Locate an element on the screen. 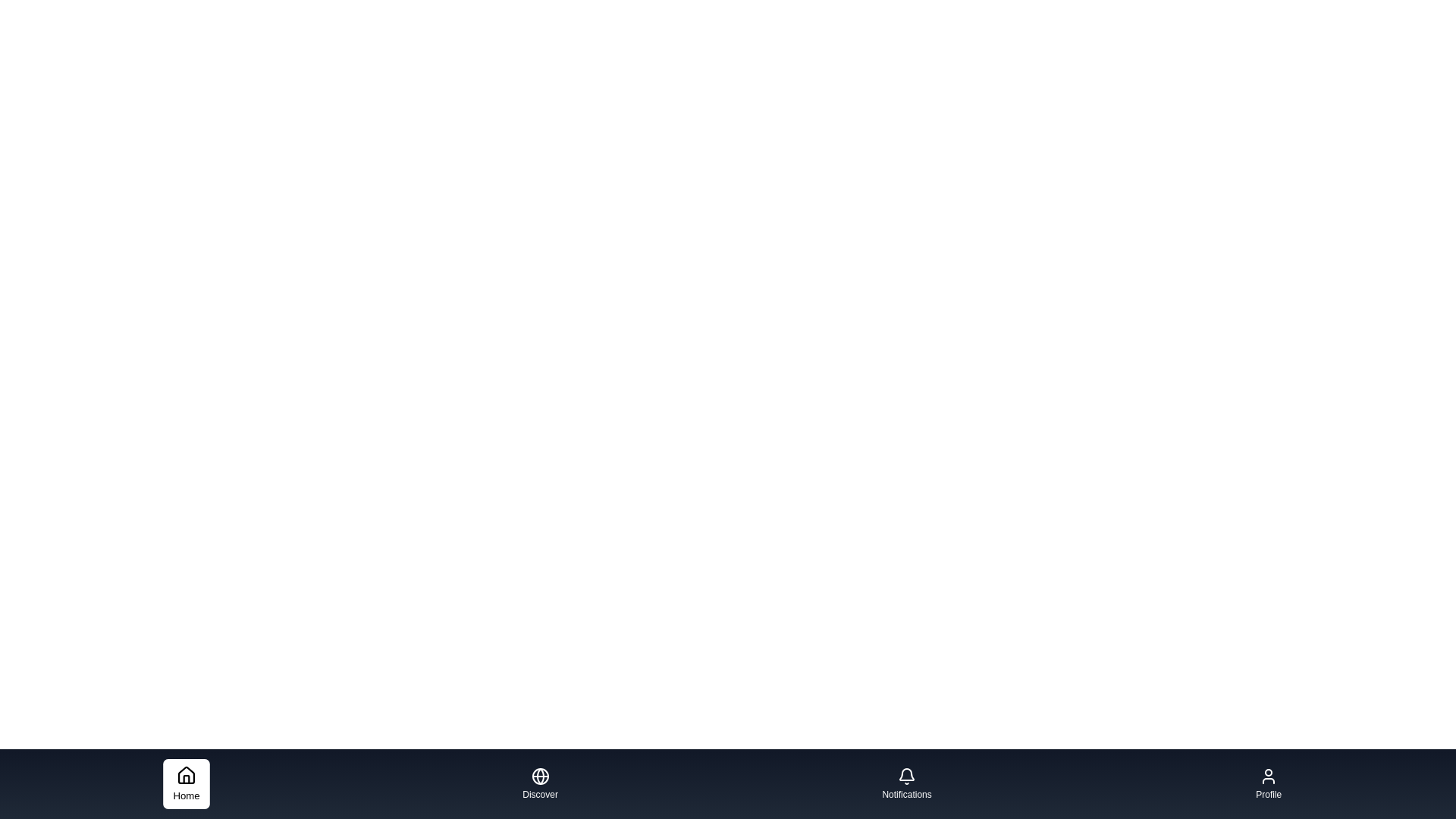 Image resolution: width=1456 pixels, height=819 pixels. the Profile tab to activate it and observe the visual change is located at coordinates (1269, 783).